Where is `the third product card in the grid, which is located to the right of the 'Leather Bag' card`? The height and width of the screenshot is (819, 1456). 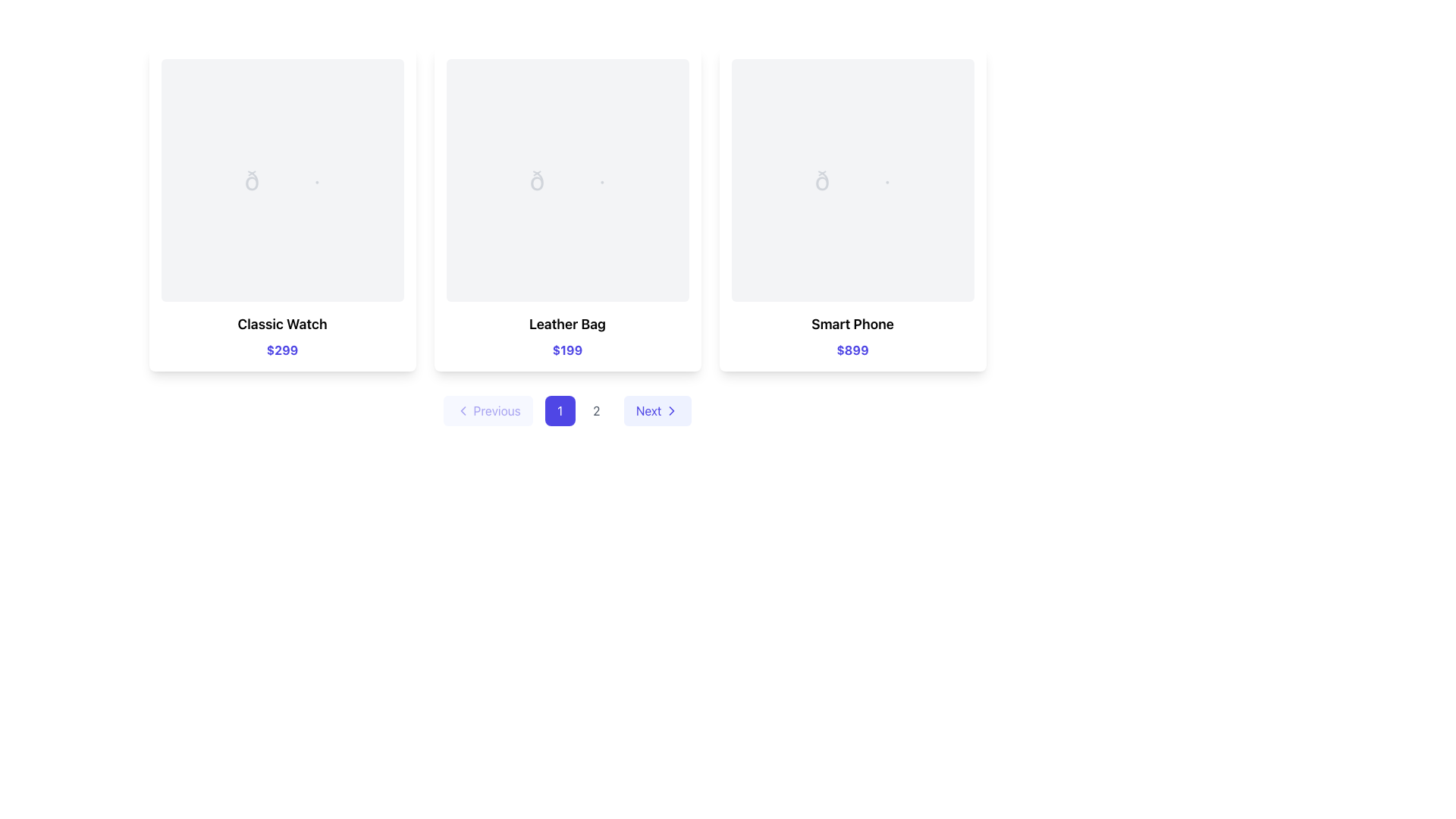 the third product card in the grid, which is located to the right of the 'Leather Bag' card is located at coordinates (852, 209).